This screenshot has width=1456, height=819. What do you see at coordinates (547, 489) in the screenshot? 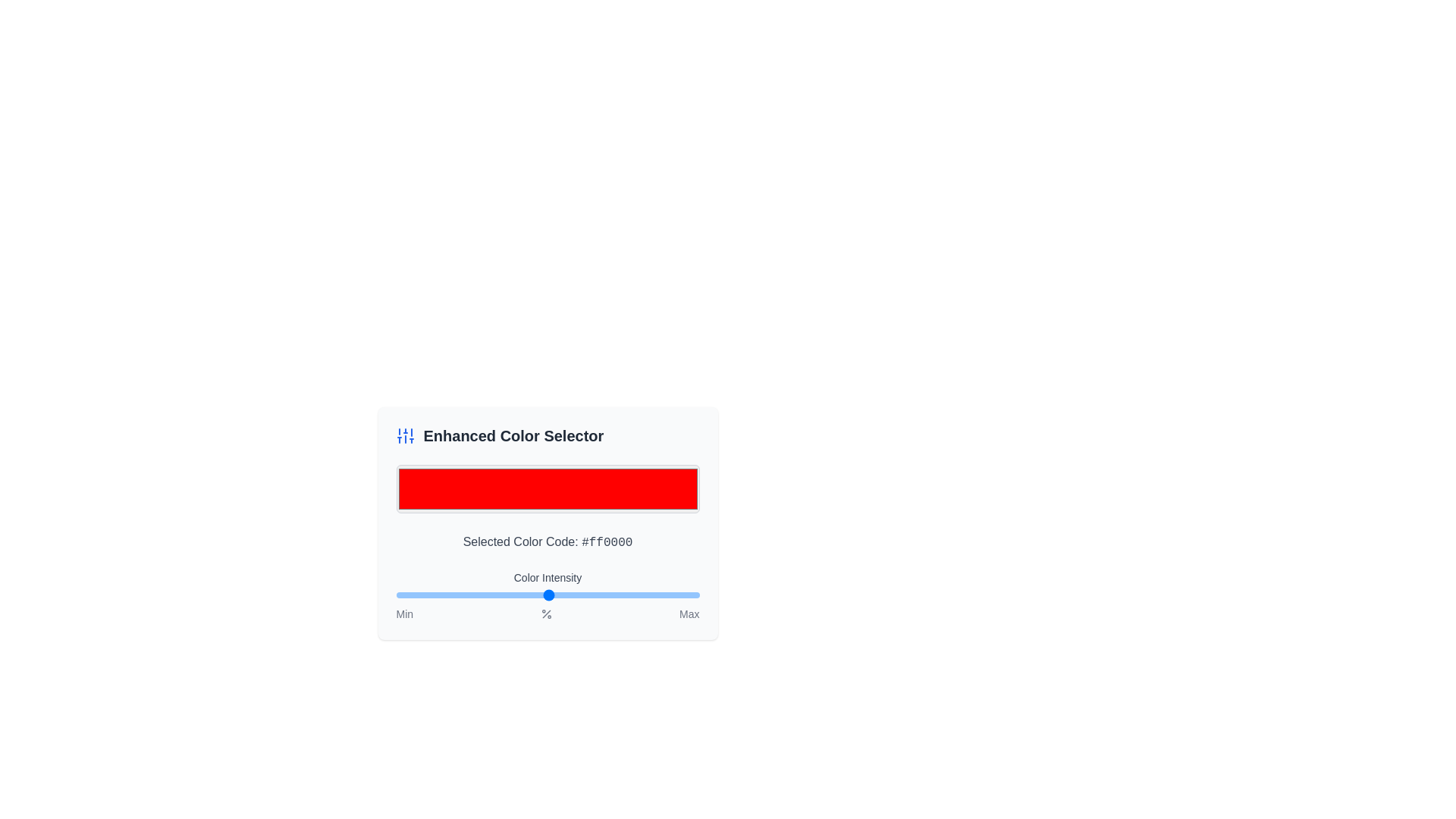
I see `the Color Display Field that shows the currently selected color, which is red with the value '#ff0000'` at bounding box center [547, 489].